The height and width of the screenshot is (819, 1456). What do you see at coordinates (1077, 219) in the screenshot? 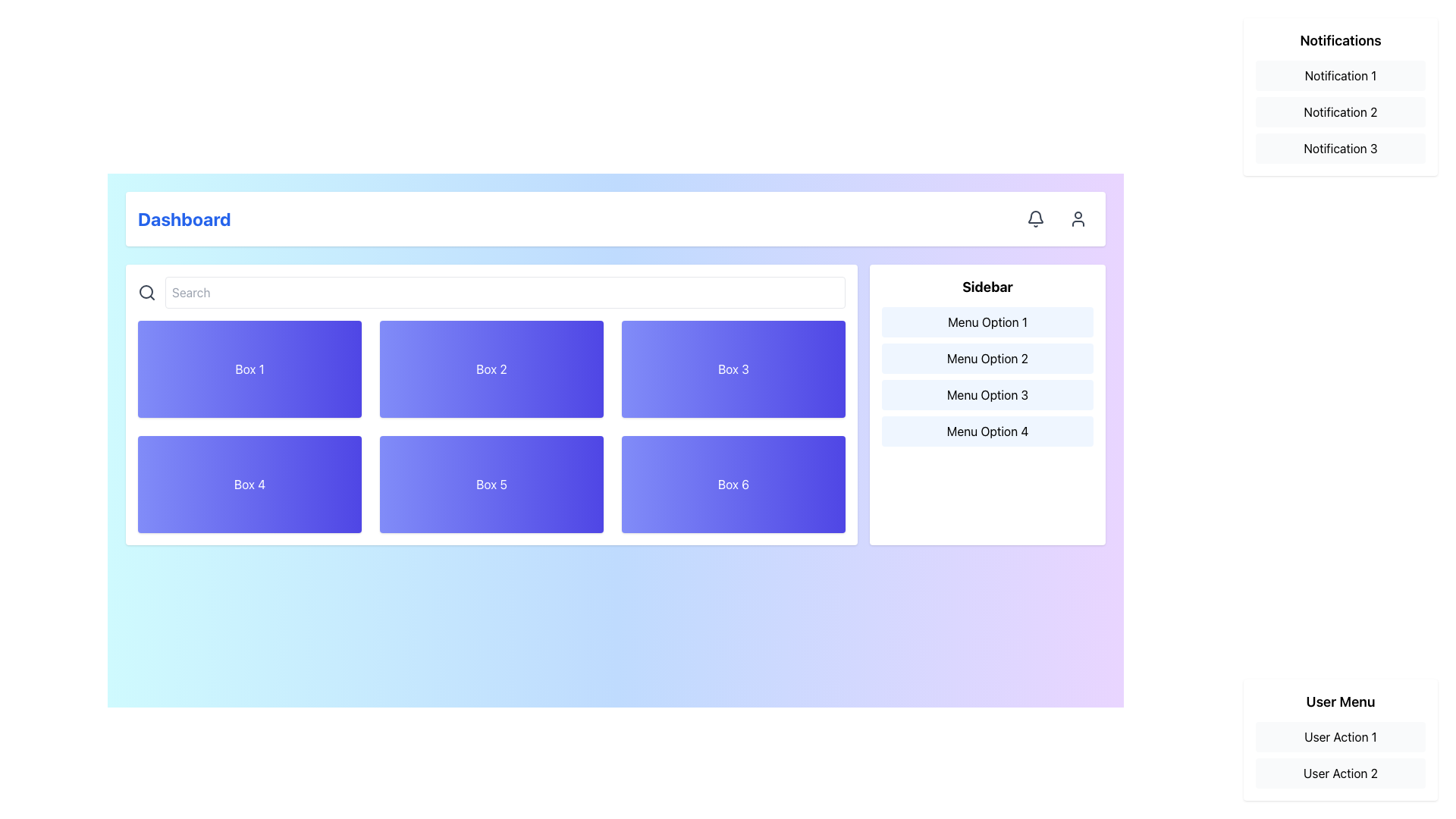
I see `the user icon located in the top-right corner of the dashboard interface` at bounding box center [1077, 219].